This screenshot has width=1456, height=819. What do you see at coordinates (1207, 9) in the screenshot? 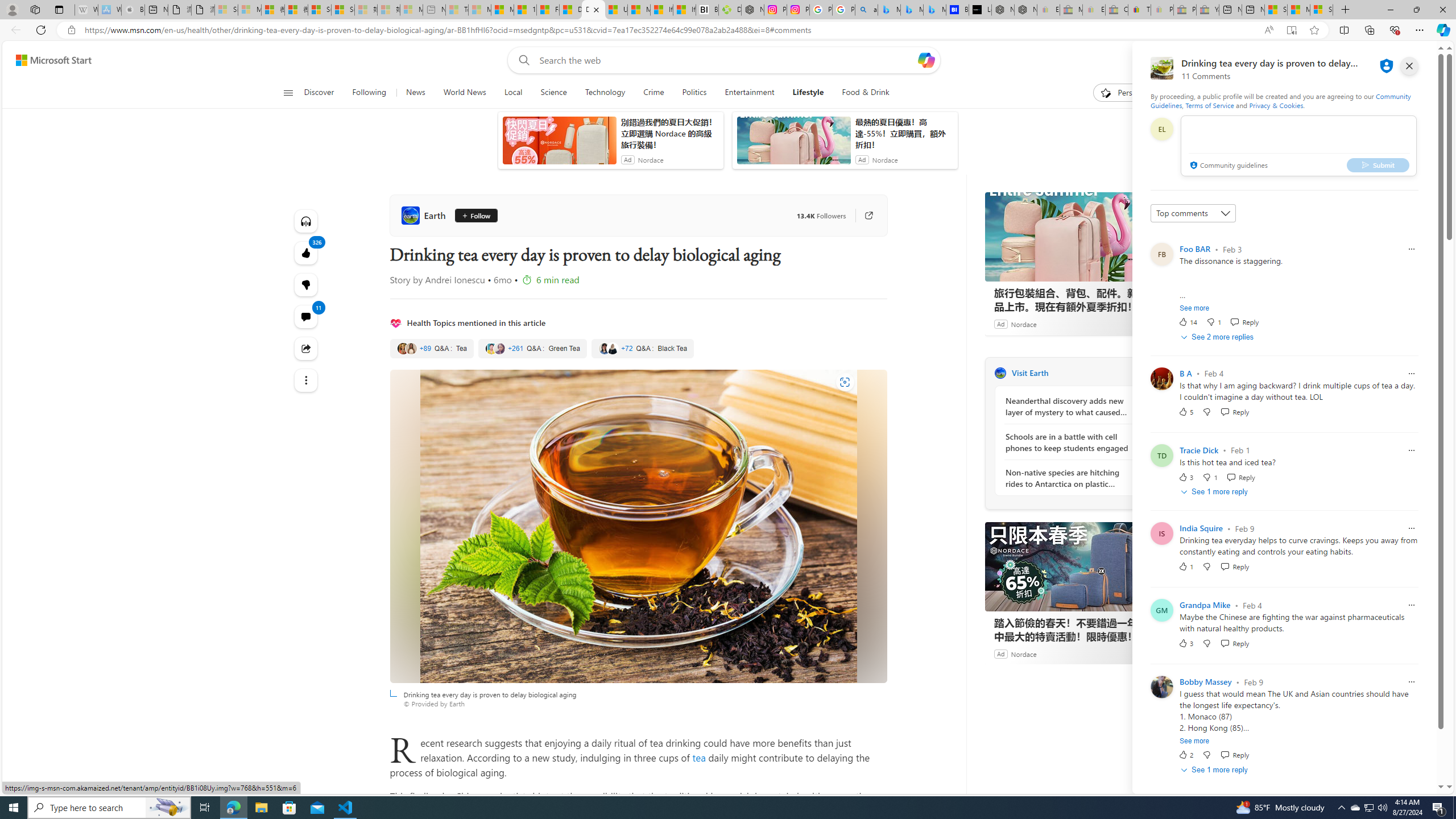
I see `'Yard, Garden & Outdoor Living - Sleeping'` at bounding box center [1207, 9].